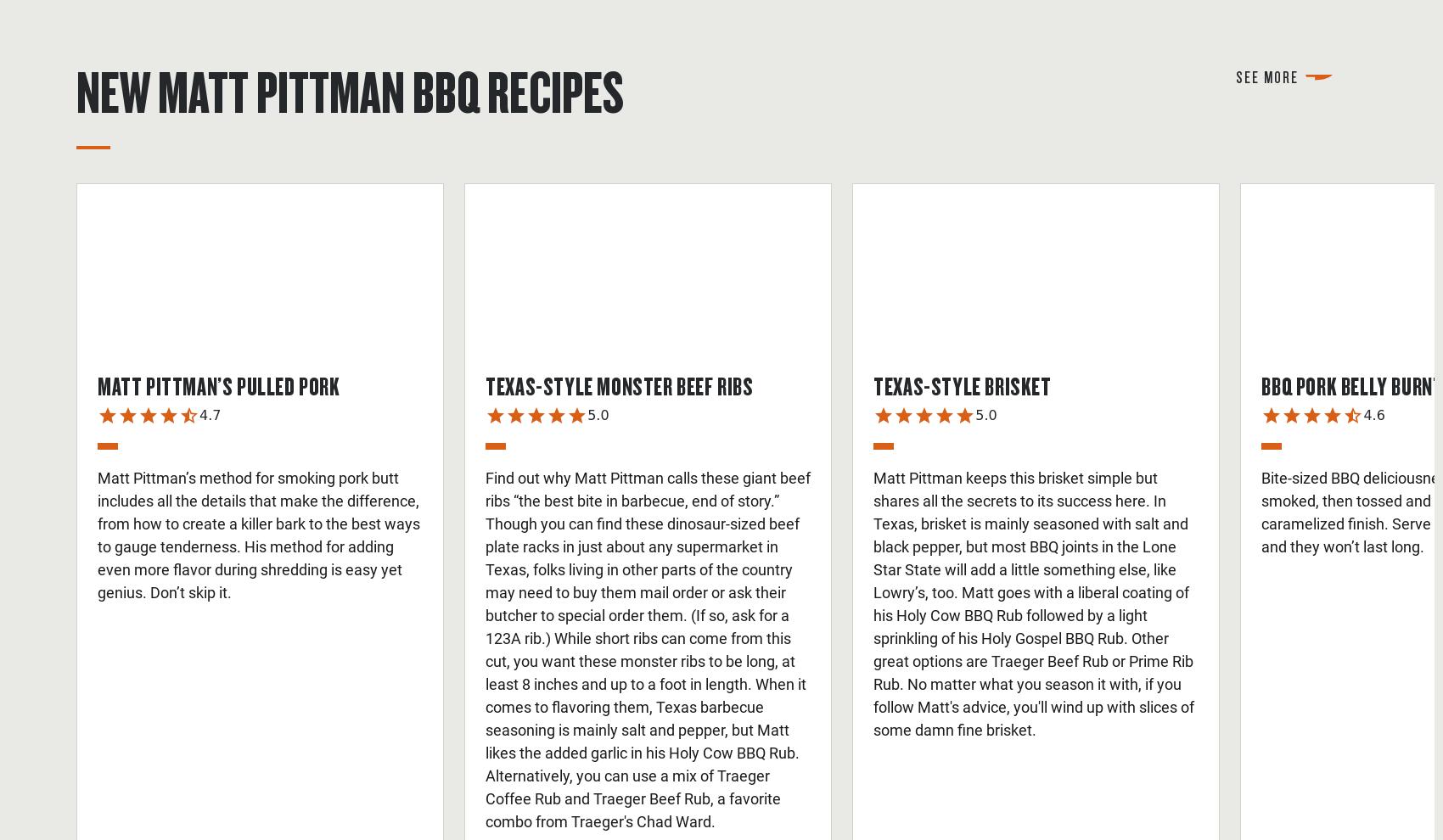 Image resolution: width=1443 pixels, height=840 pixels. I want to click on 'Matt Pittman keeps this brisket simple but shares all the secrets to its success here. In Texas, brisket is mainly seasoned with salt and black pepper, but most BBQ joints in the Lone Star State will add a little something else, like Lowry’s, too. Matt goes with a liberal coating of his Holy Cow BBQ Rub followed by a light sprinkling of his Holy Gospel BBQ Rub. Other great options are Traeger Beef Rub or Prime Rib Rub. No matter what you season it with, if you follow Matt's advice, you'll wind up with slices of some damn fine brisket.', so click(1033, 602).